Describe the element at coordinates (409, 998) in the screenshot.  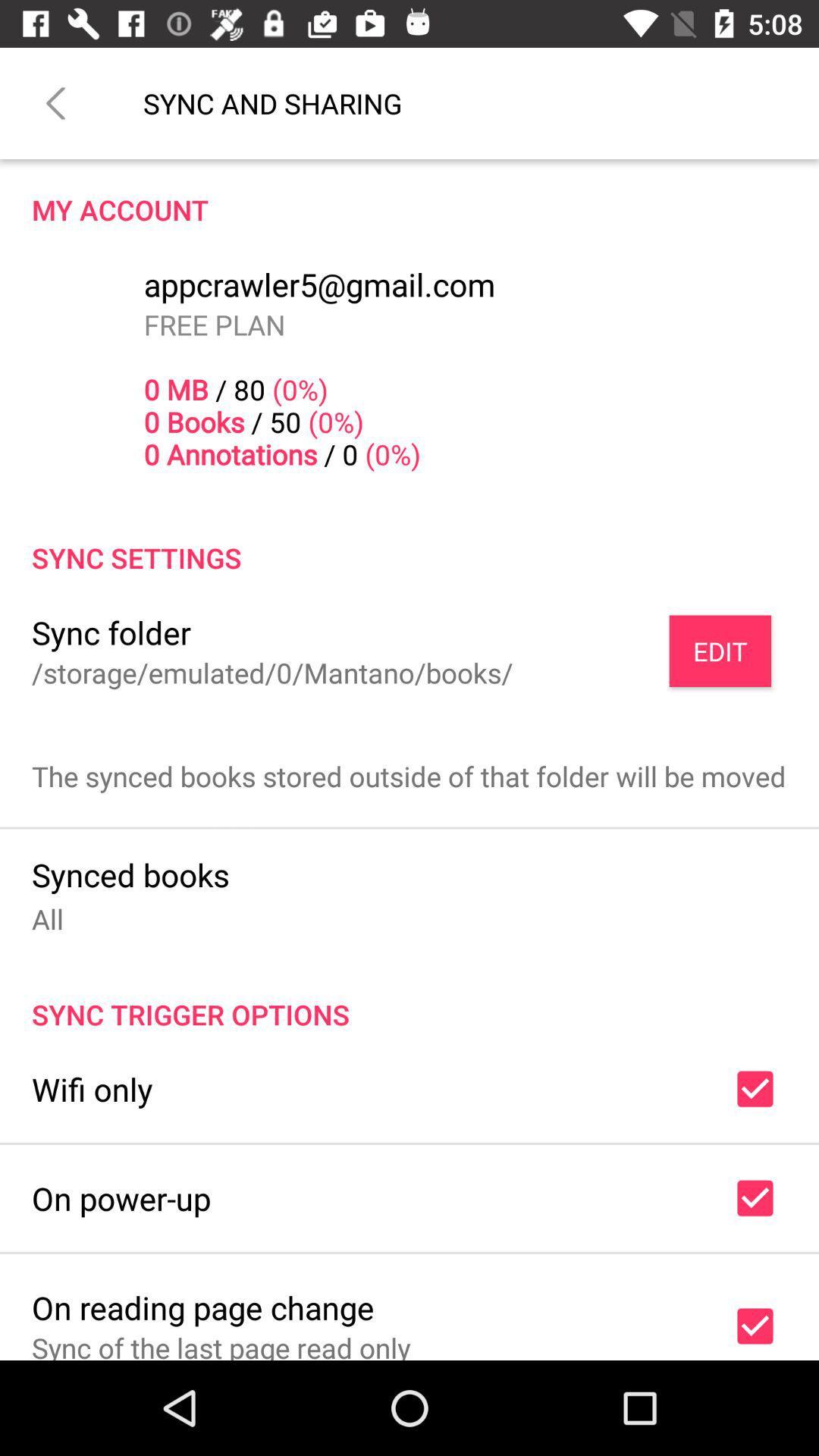
I see `item below all item` at that location.